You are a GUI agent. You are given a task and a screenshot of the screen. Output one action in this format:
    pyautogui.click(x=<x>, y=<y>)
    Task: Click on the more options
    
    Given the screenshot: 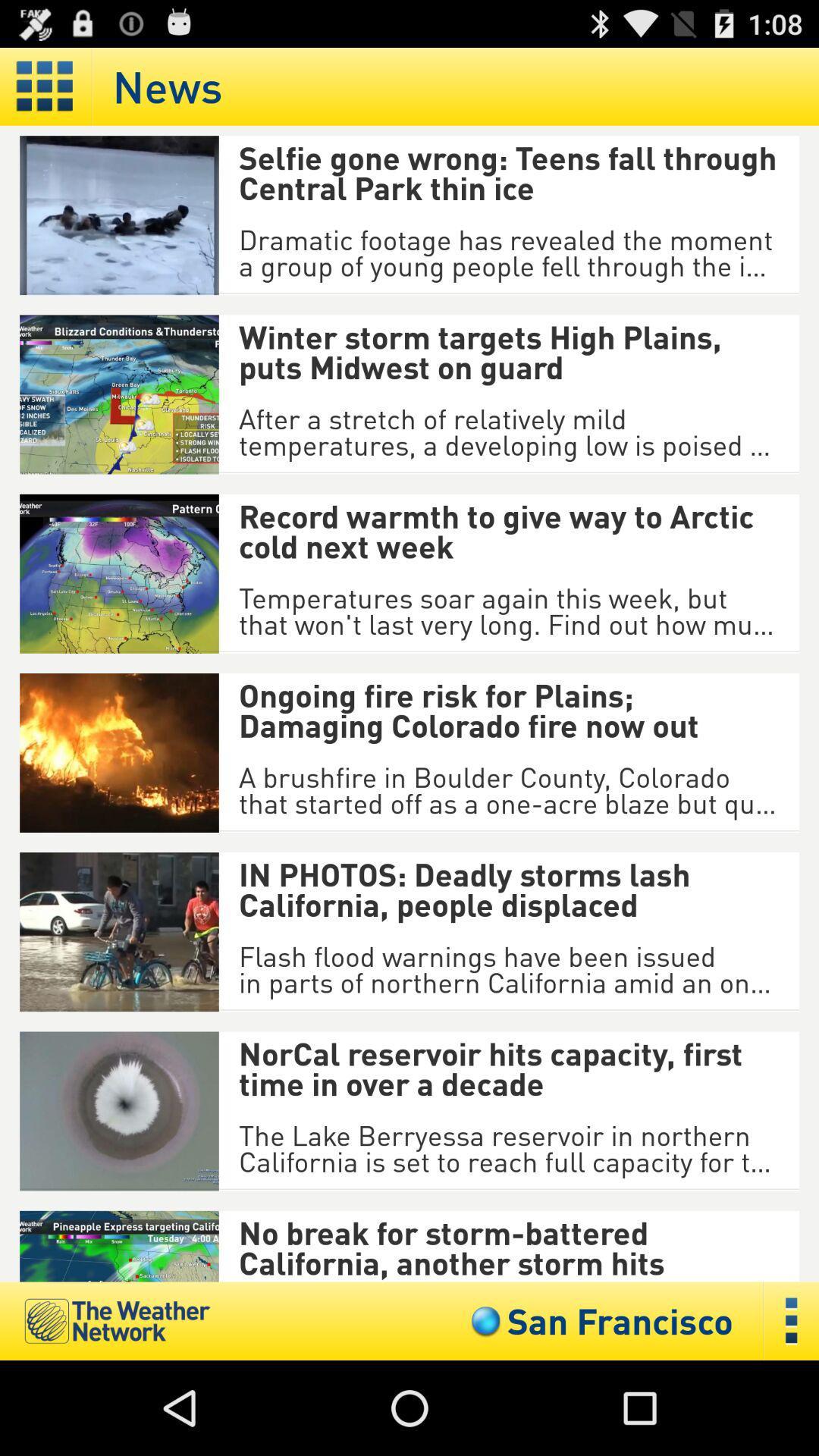 What is the action you would take?
    pyautogui.click(x=791, y=1320)
    